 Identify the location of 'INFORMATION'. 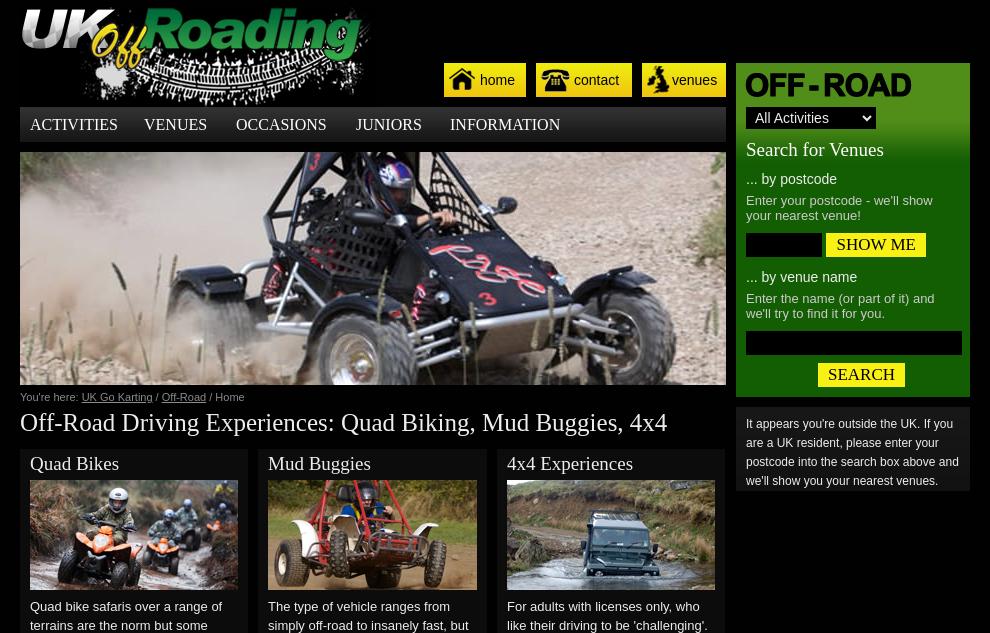
(503, 124).